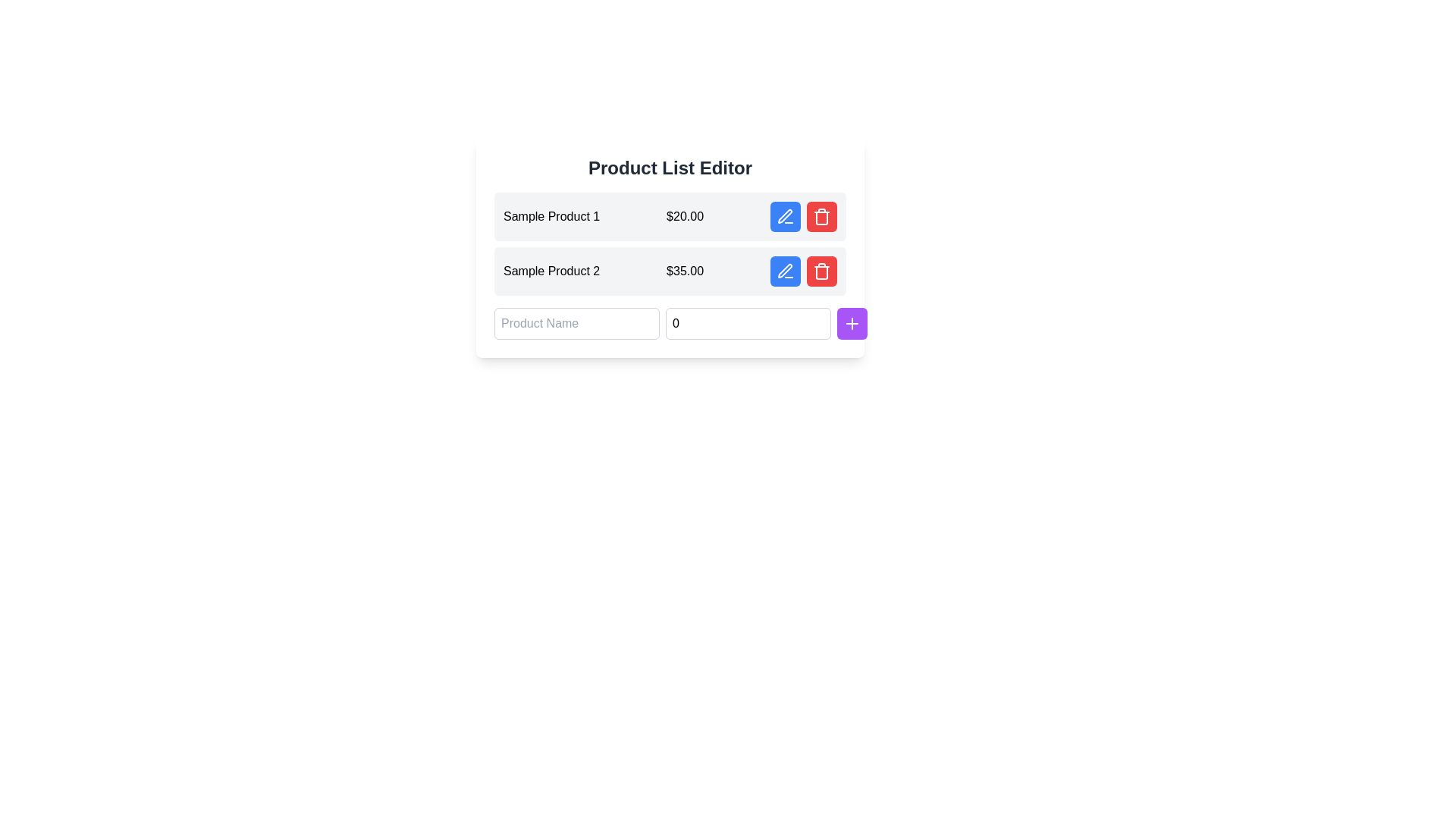 This screenshot has height=819, width=1456. Describe the element at coordinates (669, 168) in the screenshot. I see `the title text indicating that the section is related to editing a list of products, which is located at the top-center of the card component` at that location.